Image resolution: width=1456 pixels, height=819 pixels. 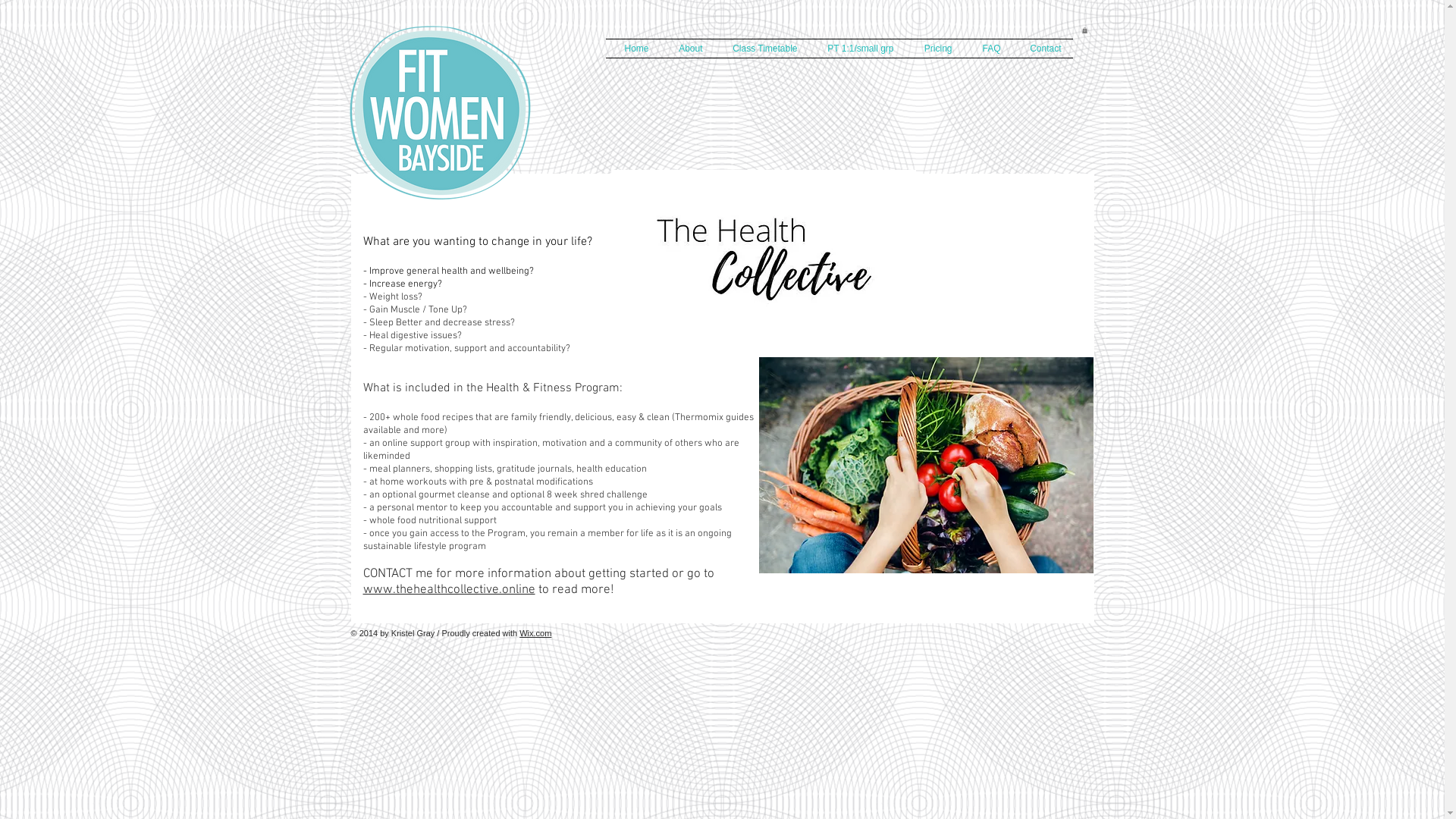 I want to click on 'Contact', so click(x=1040, y=48).